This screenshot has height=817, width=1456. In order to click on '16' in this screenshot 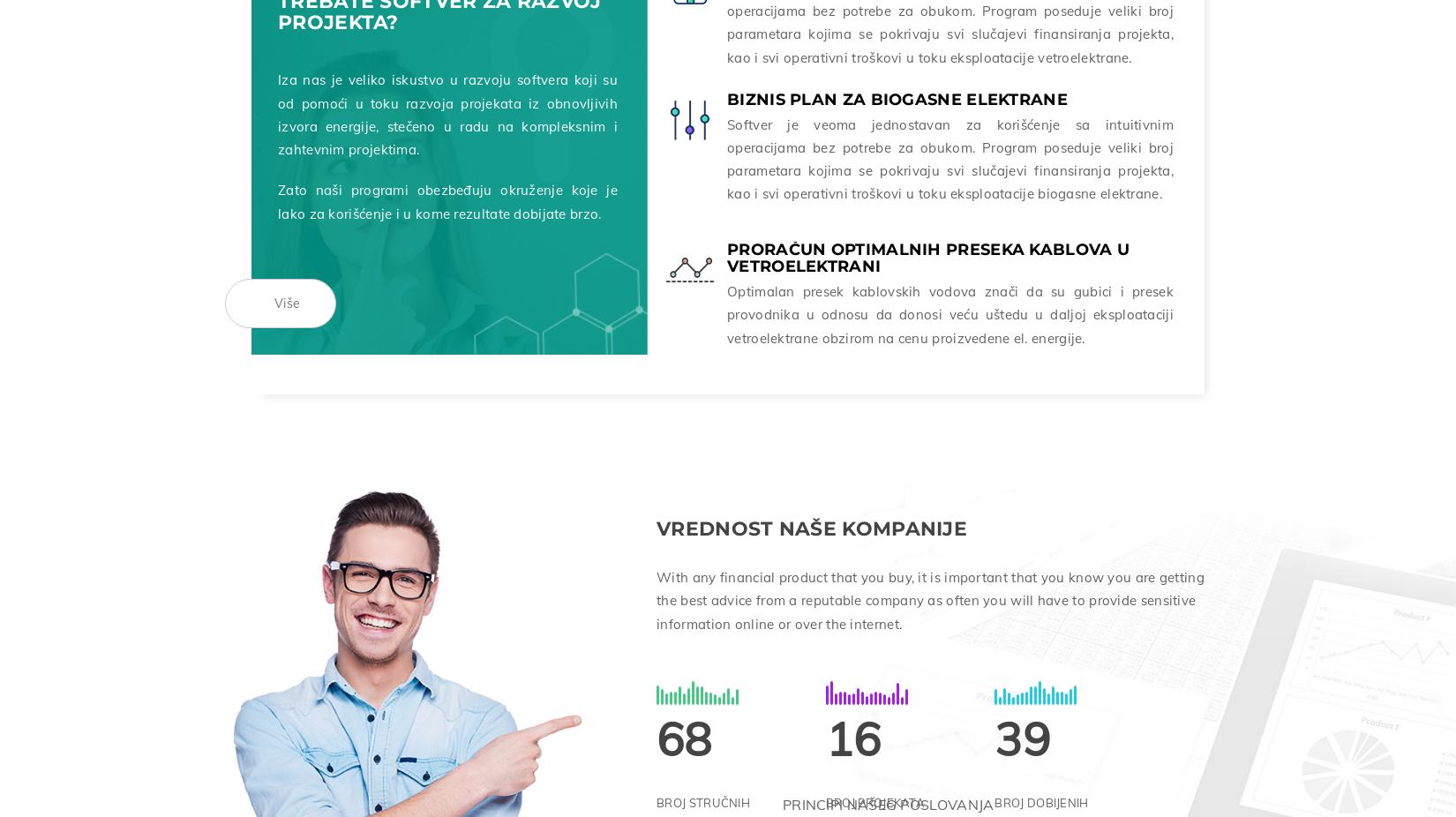, I will do `click(825, 734)`.